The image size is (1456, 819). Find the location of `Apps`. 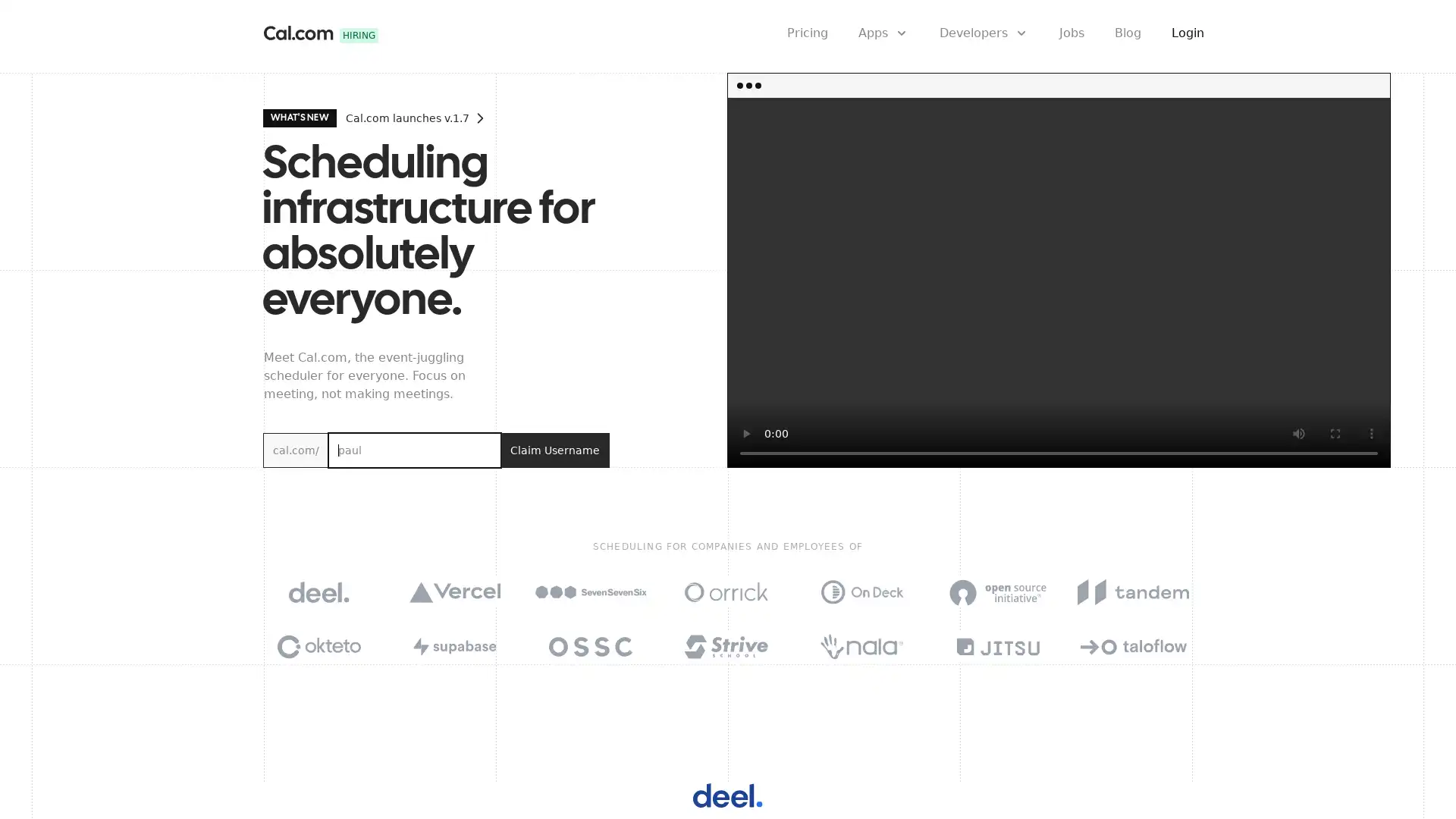

Apps is located at coordinates (883, 33).